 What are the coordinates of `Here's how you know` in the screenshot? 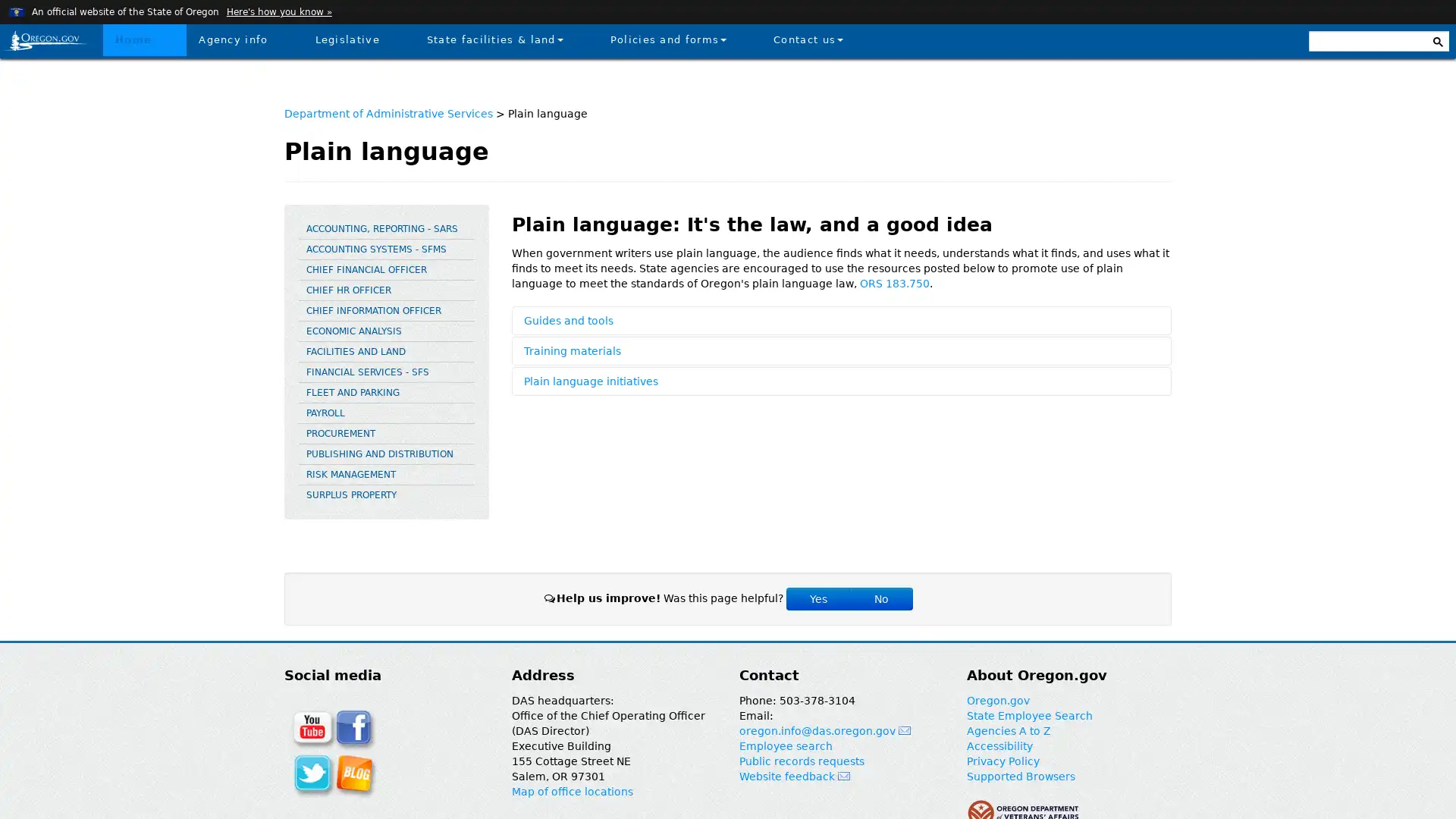 It's located at (278, 11).